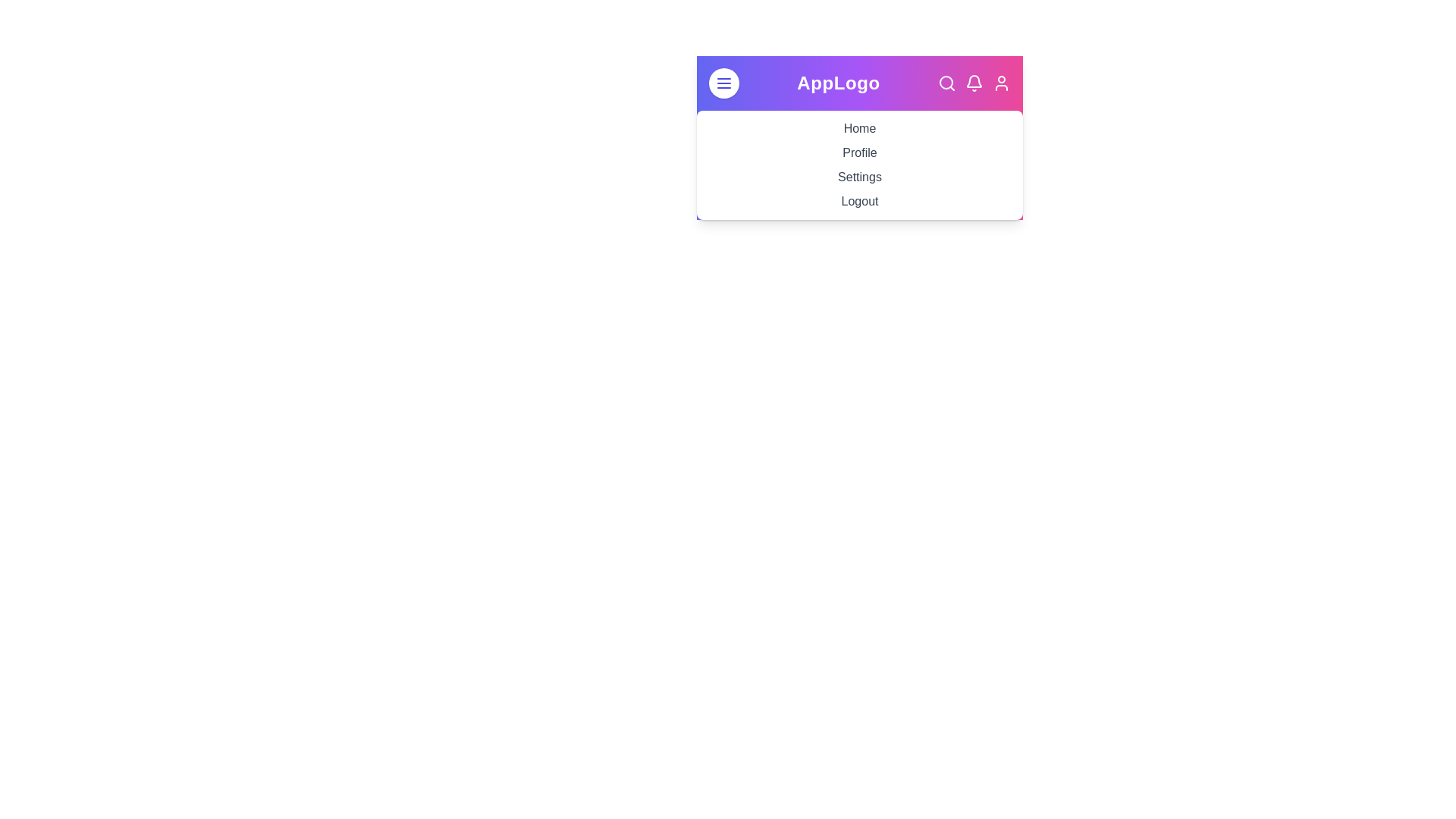 This screenshot has height=819, width=1456. I want to click on the menu item Home in the expanded menu, so click(859, 127).